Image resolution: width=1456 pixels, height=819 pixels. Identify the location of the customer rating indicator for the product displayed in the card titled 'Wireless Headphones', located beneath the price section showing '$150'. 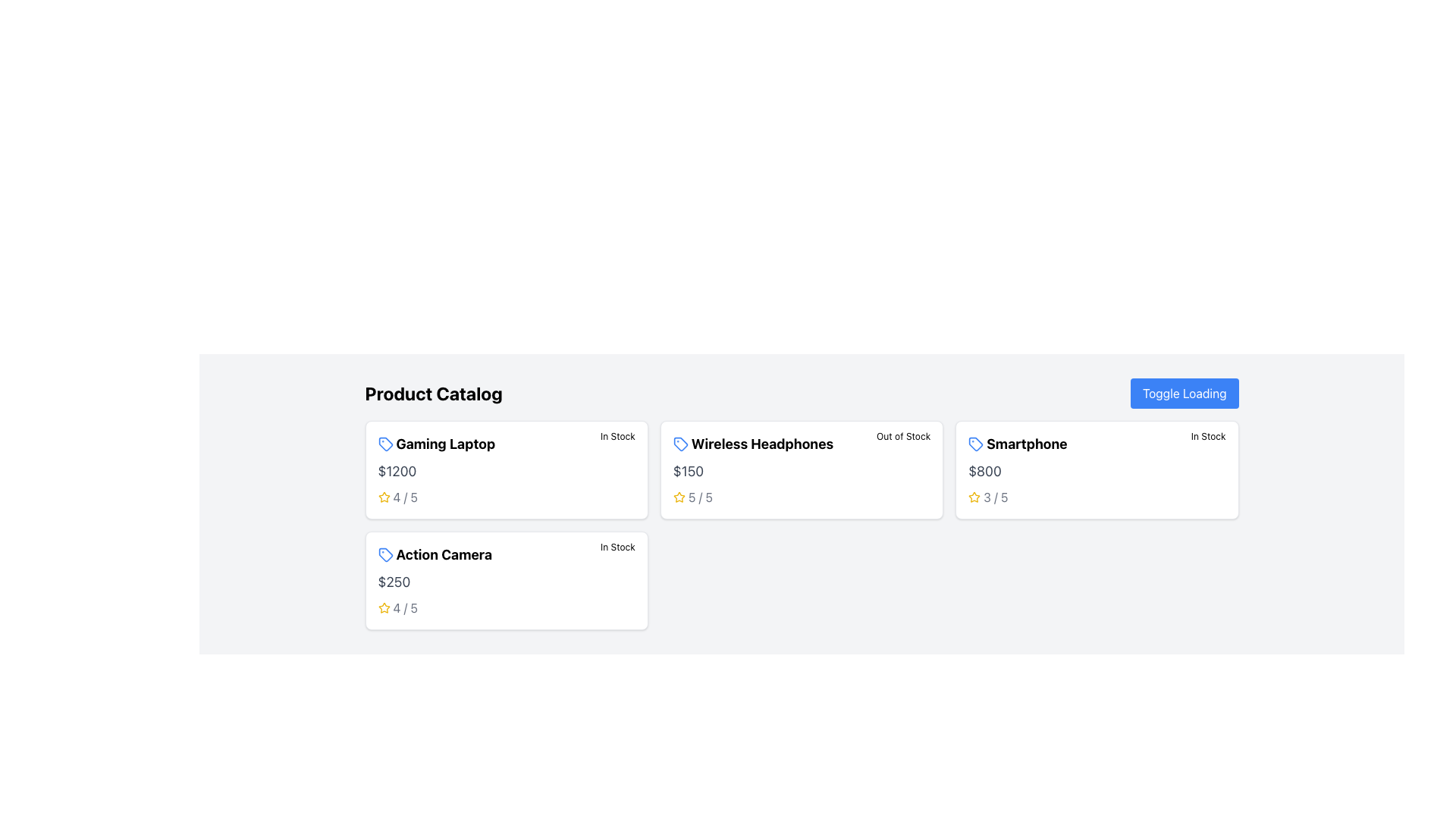
(692, 497).